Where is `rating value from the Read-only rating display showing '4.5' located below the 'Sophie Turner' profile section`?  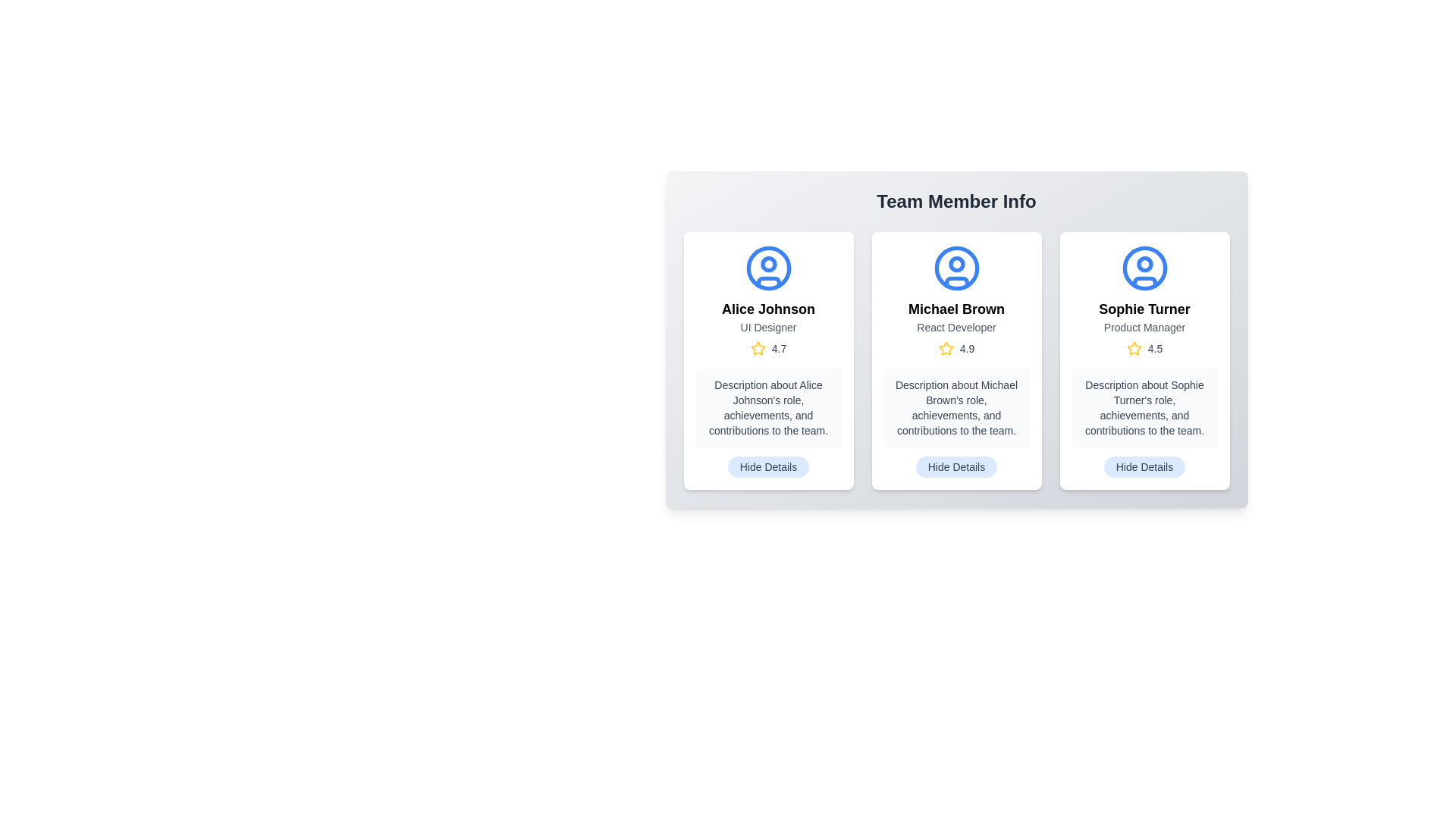 rating value from the Read-only rating display showing '4.5' located below the 'Sophie Turner' profile section is located at coordinates (1144, 348).